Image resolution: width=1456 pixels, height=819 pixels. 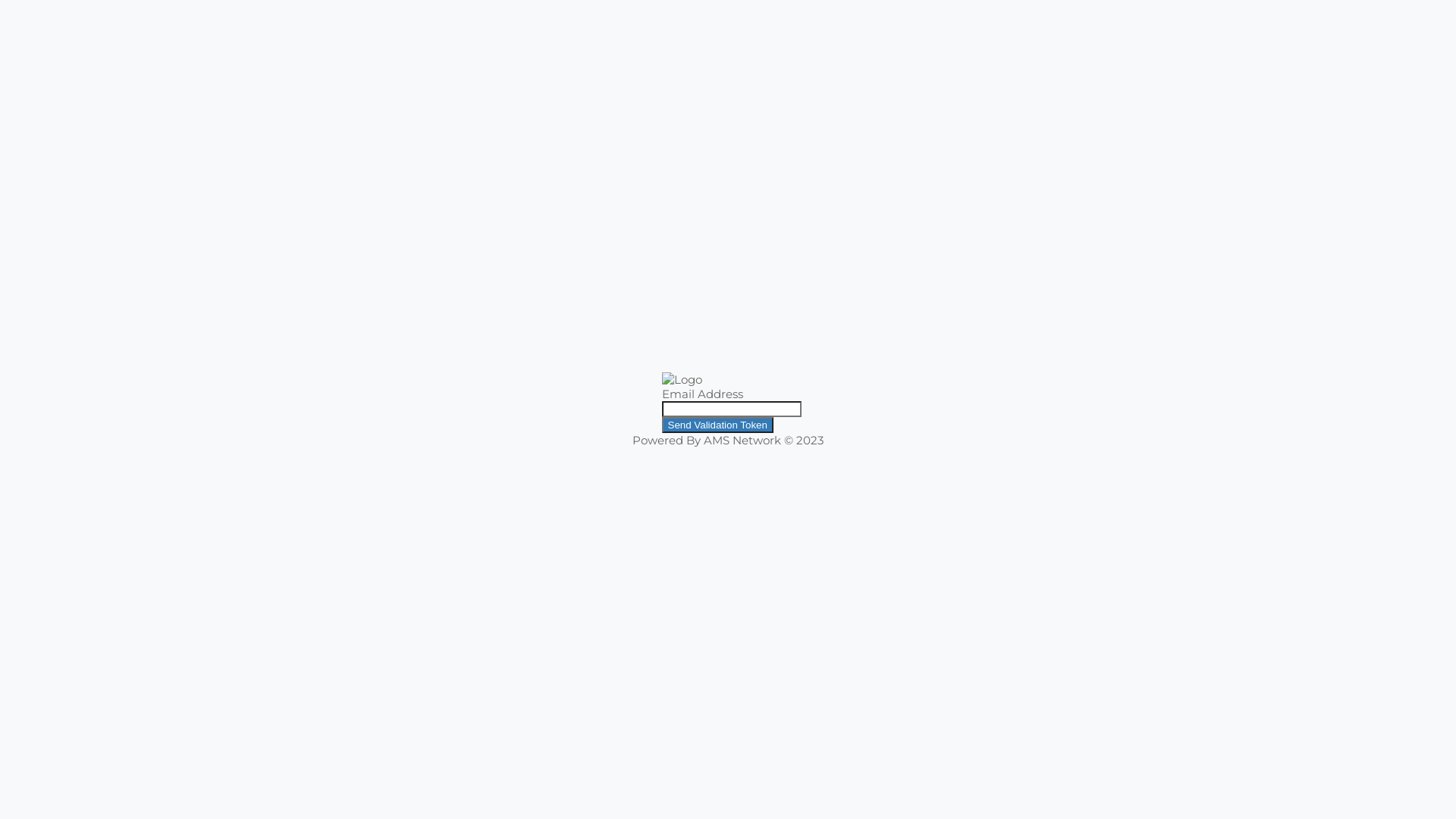 What do you see at coordinates (716, 425) in the screenshot?
I see `'Send Validation Token'` at bounding box center [716, 425].